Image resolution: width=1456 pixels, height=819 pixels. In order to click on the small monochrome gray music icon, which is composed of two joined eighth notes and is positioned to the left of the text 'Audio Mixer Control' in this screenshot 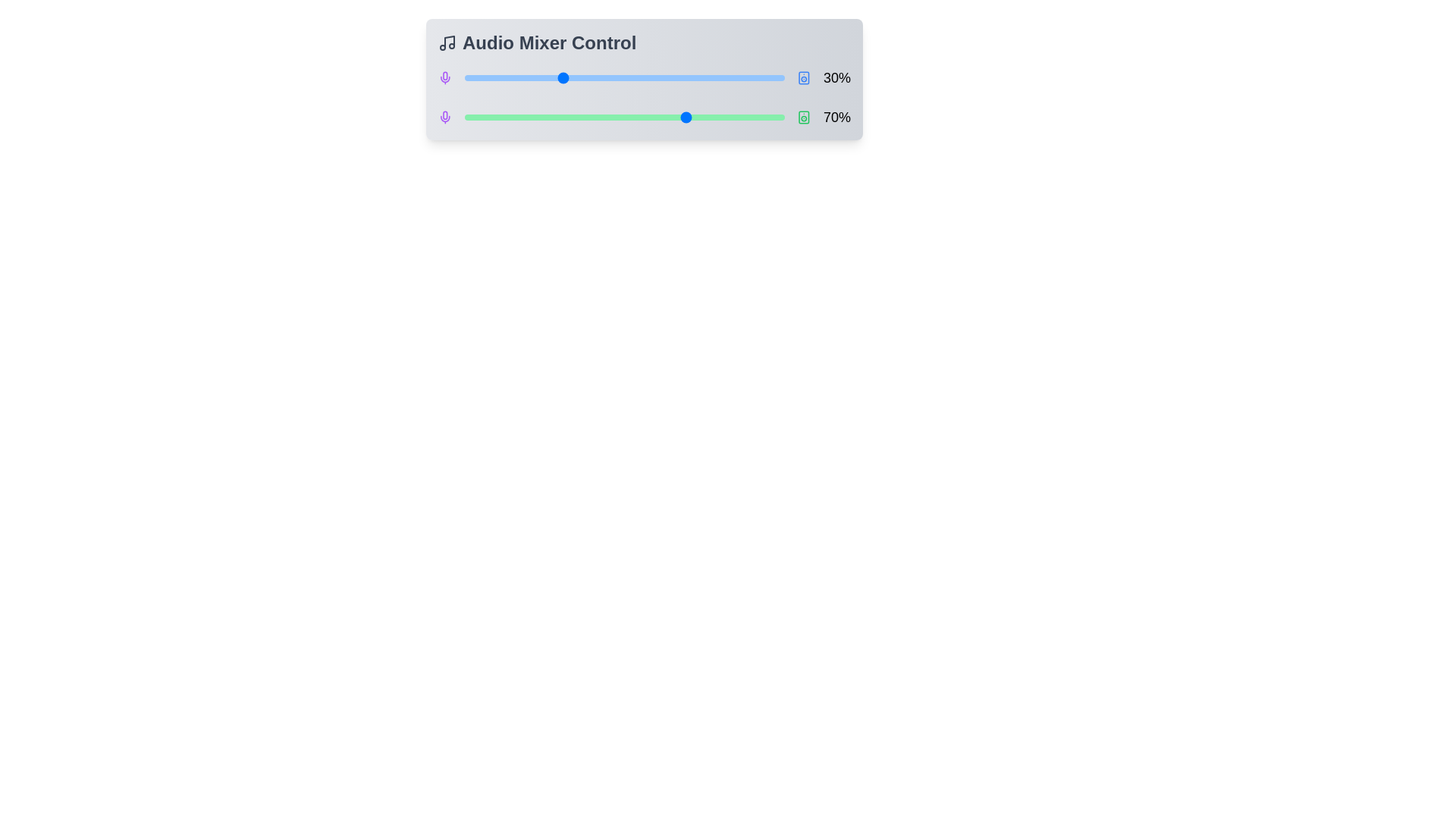, I will do `click(447, 42)`.